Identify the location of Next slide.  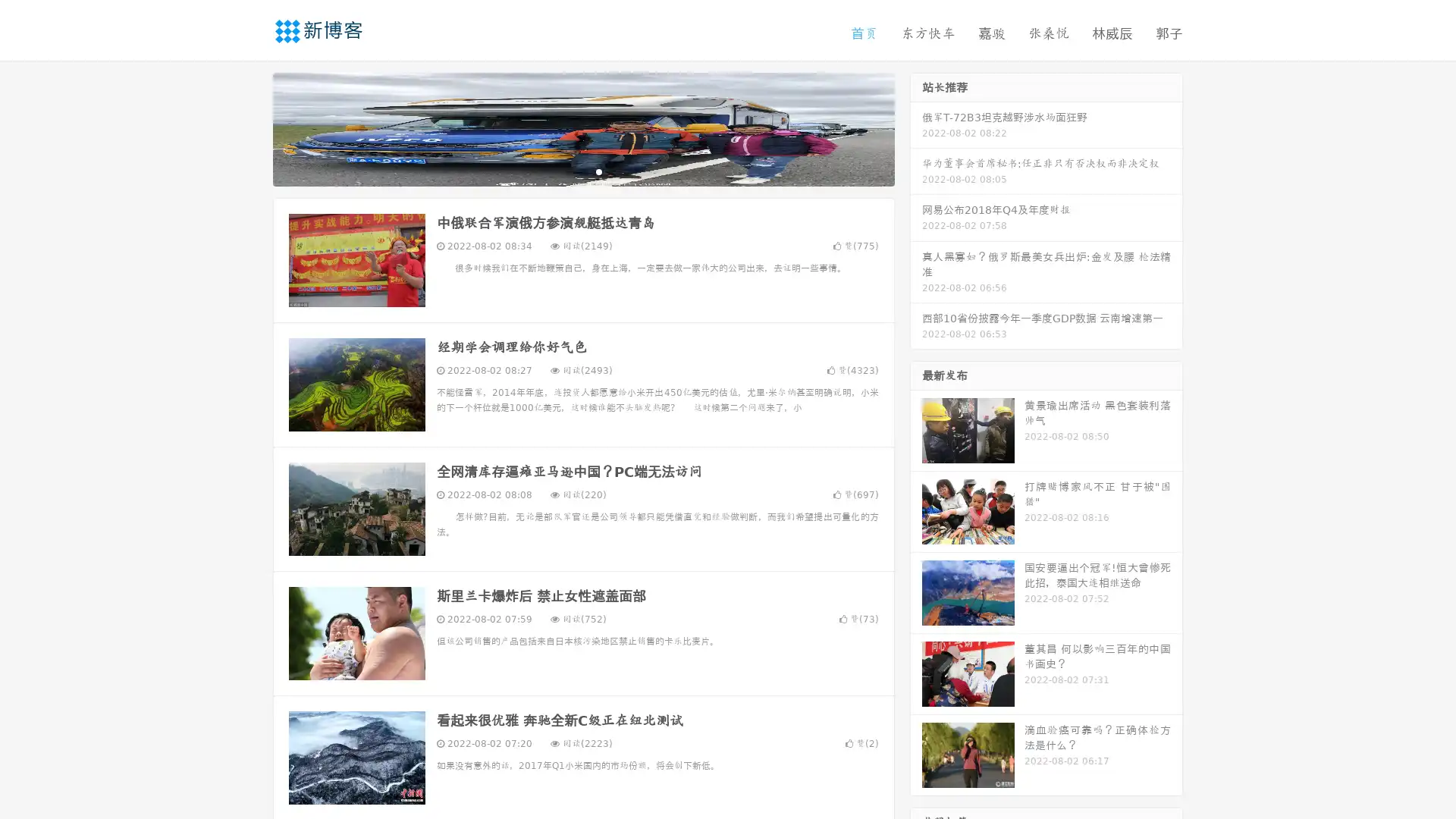
(916, 127).